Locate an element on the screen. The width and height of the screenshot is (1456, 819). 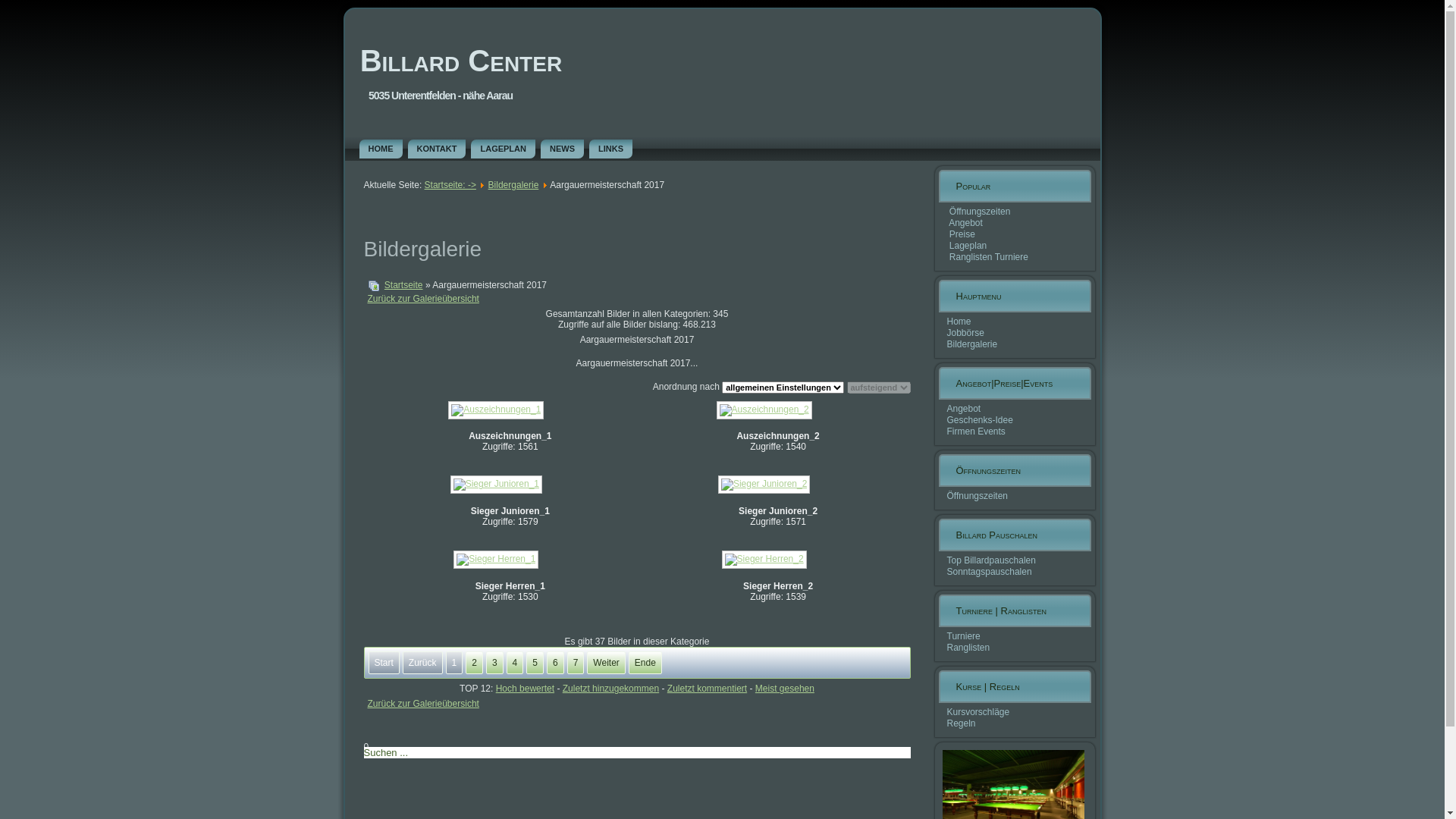
'Angebot' is located at coordinates (948, 222).